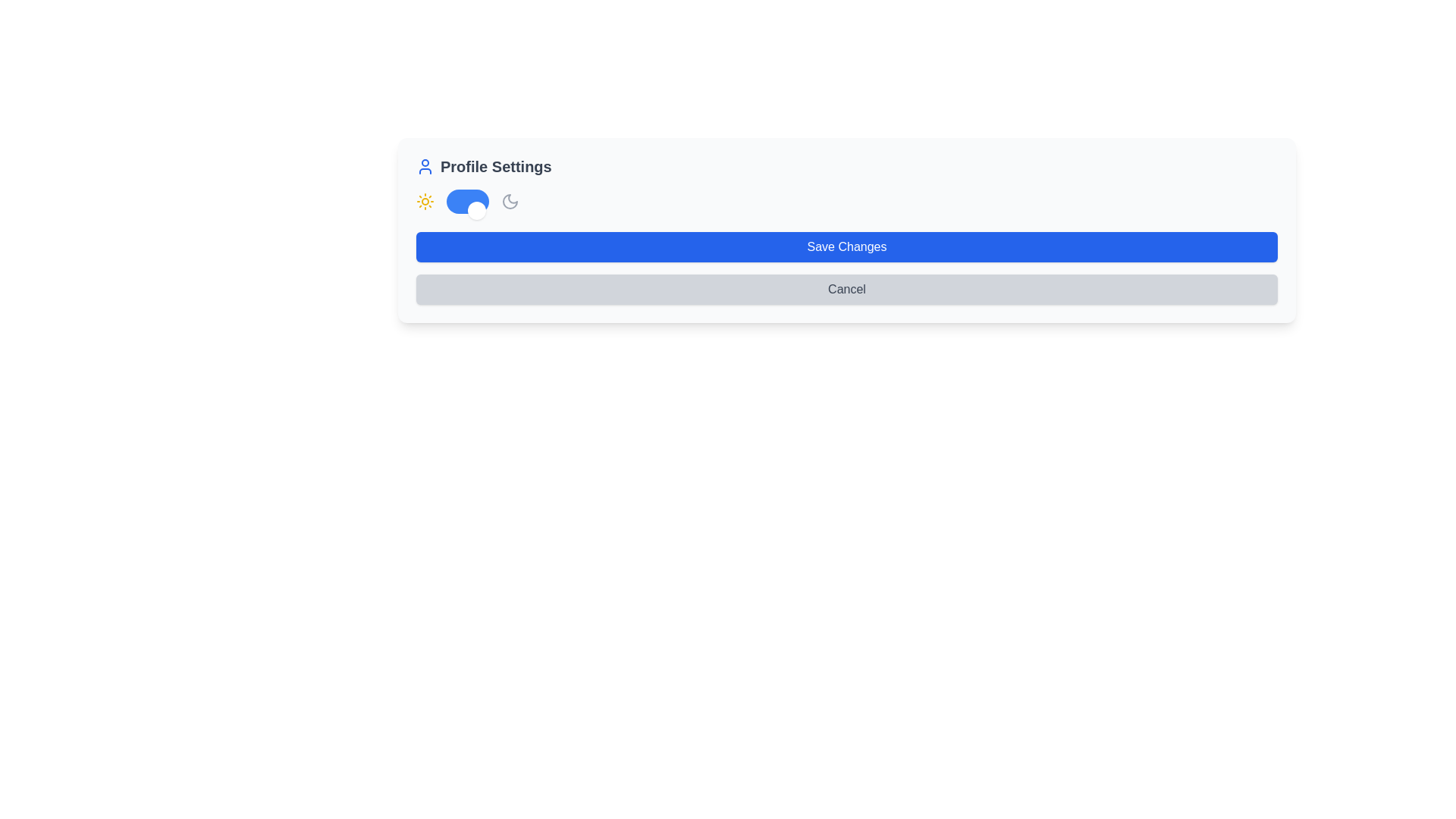  I want to click on the dark mode toggle icon located to the right of the toggle switch in the 'Profile Settings' section, so click(510, 201).